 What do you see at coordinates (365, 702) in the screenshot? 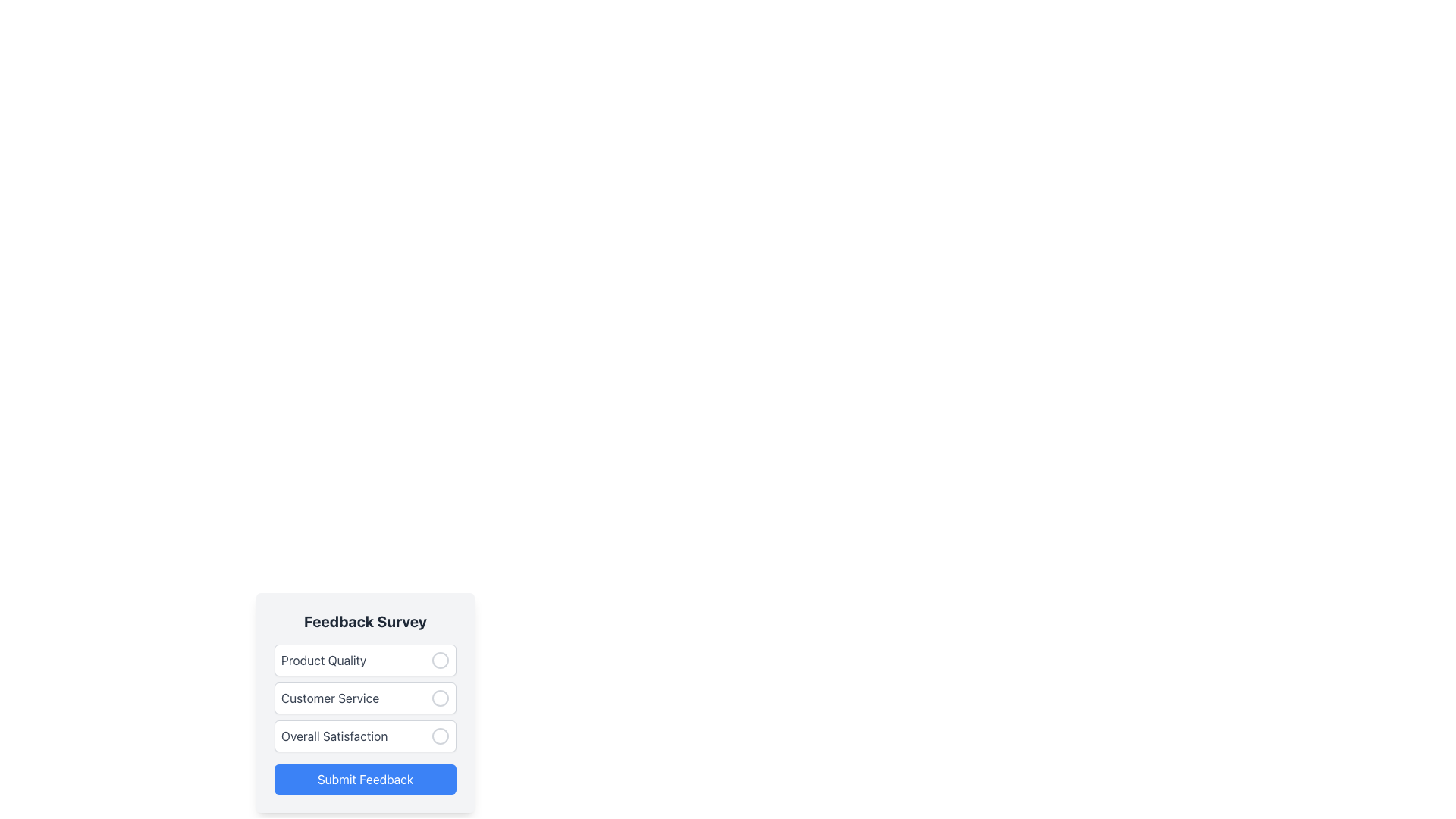
I see `the 'Customer Service' list selection item` at bounding box center [365, 702].